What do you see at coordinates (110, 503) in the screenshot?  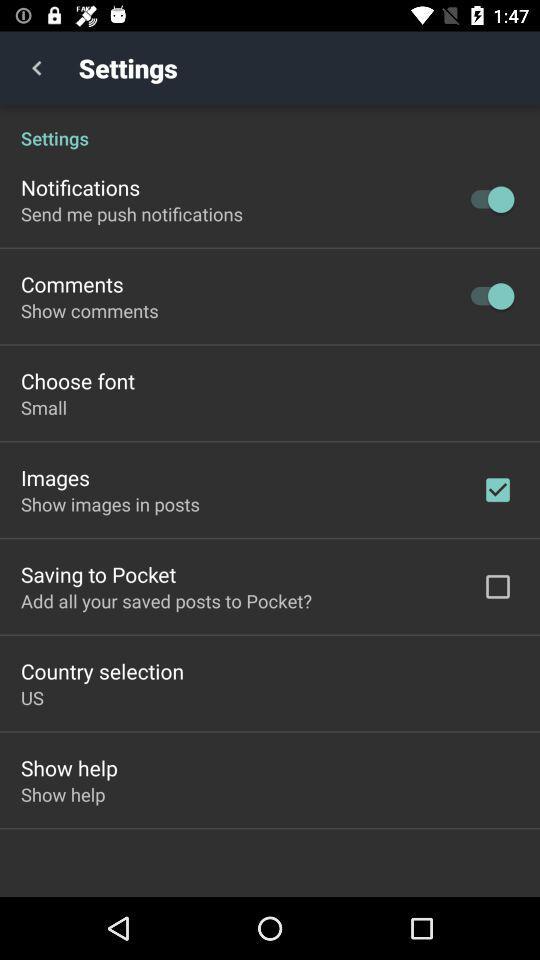 I see `the icon below the images` at bounding box center [110, 503].